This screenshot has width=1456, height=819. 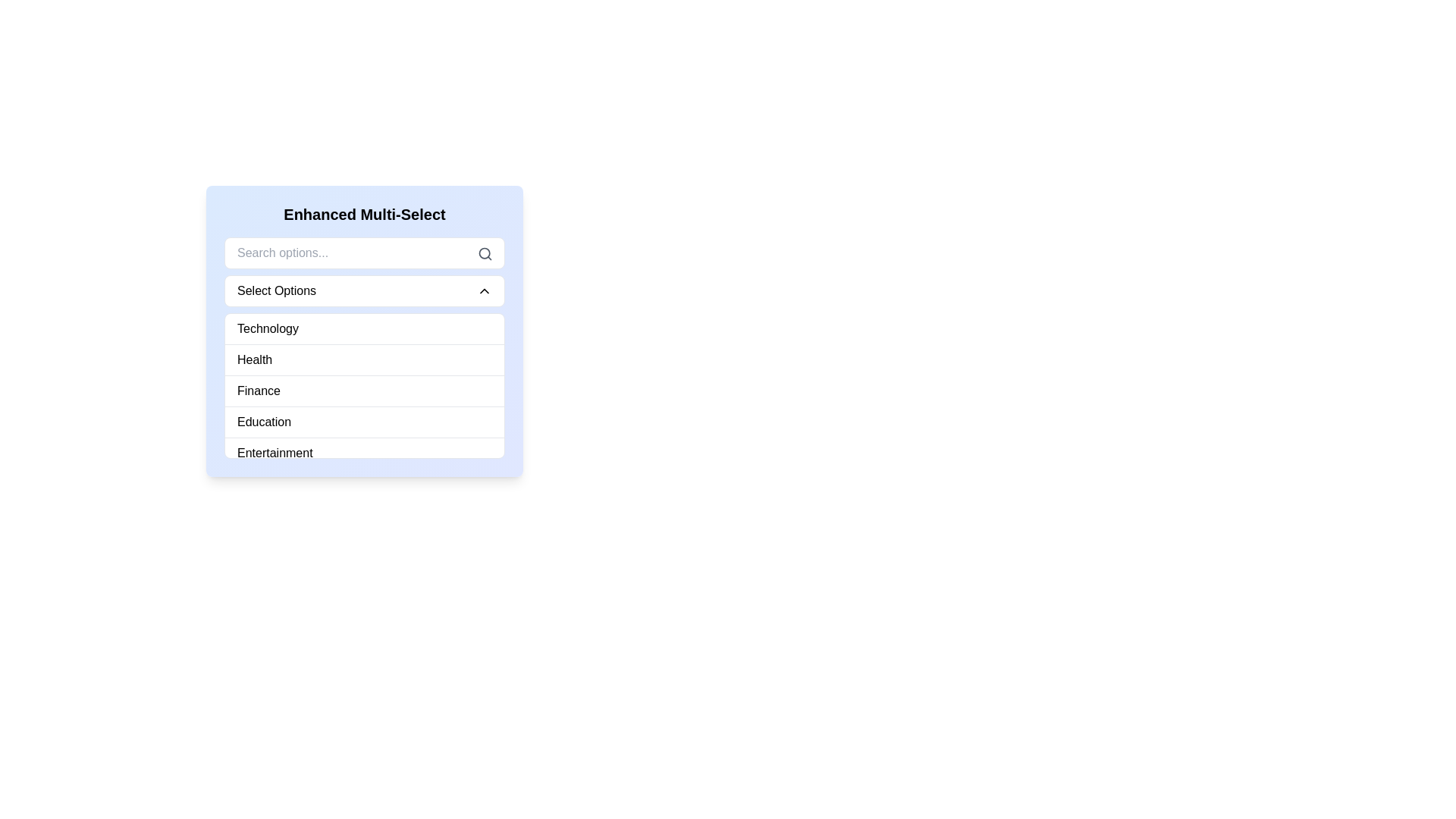 I want to click on the 'Finance' option in the dropdown list, so click(x=259, y=391).